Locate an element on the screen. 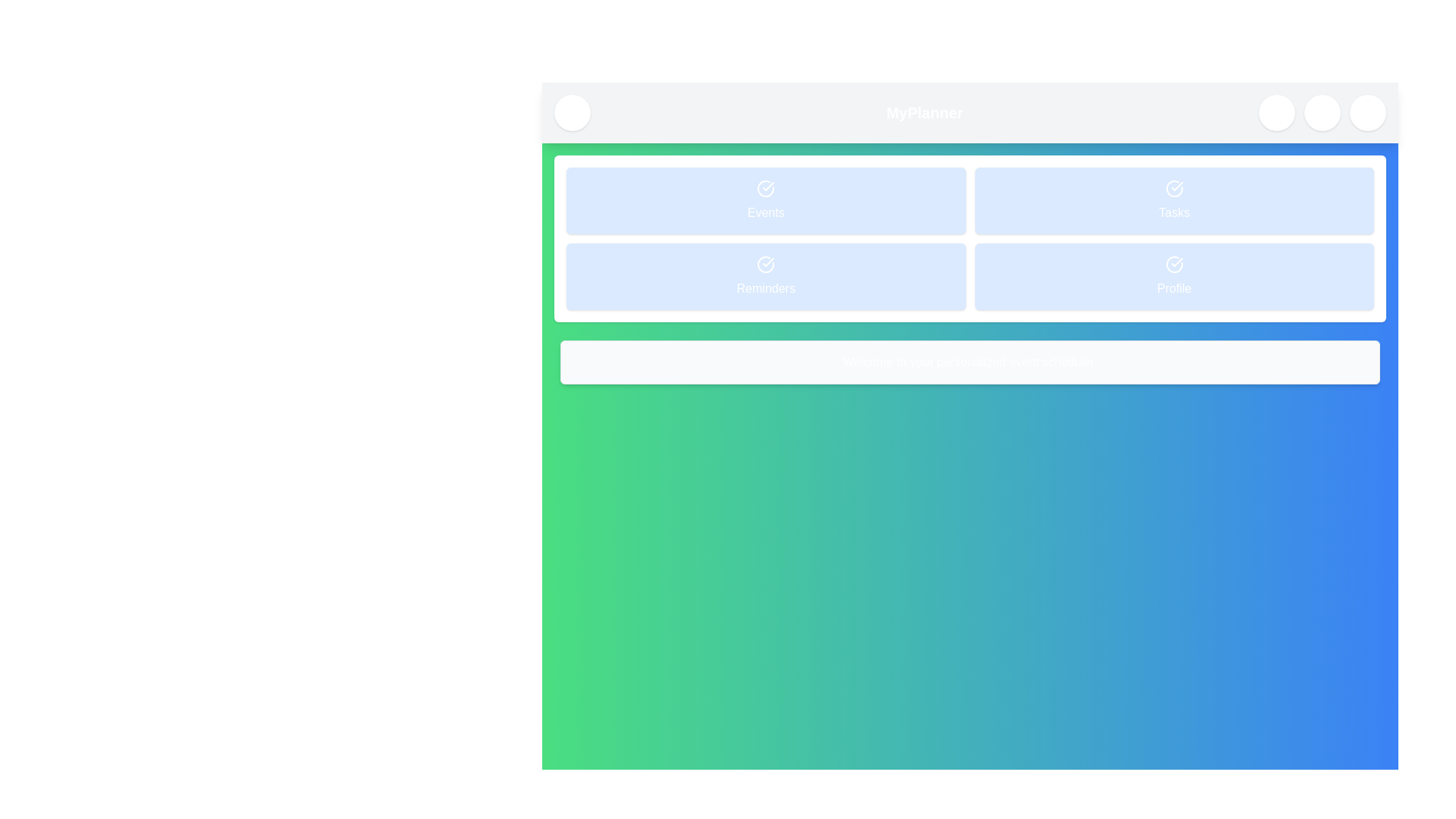 The width and height of the screenshot is (1456, 819). the 'Events' button to navigate to the Events section is located at coordinates (766, 200).